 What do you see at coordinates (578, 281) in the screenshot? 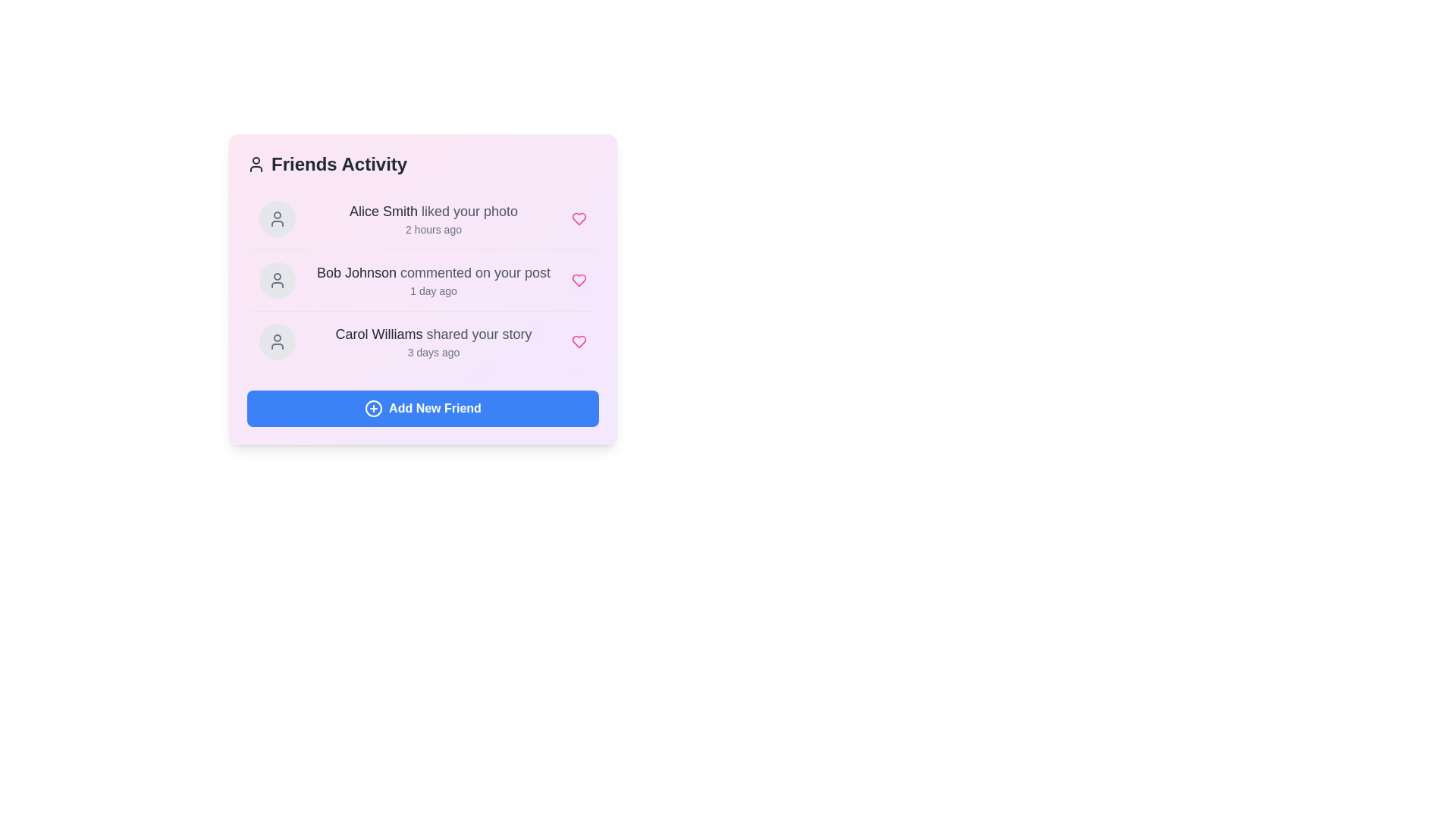
I see `the heart icon next to the activity of Bob Johnson to like it` at bounding box center [578, 281].